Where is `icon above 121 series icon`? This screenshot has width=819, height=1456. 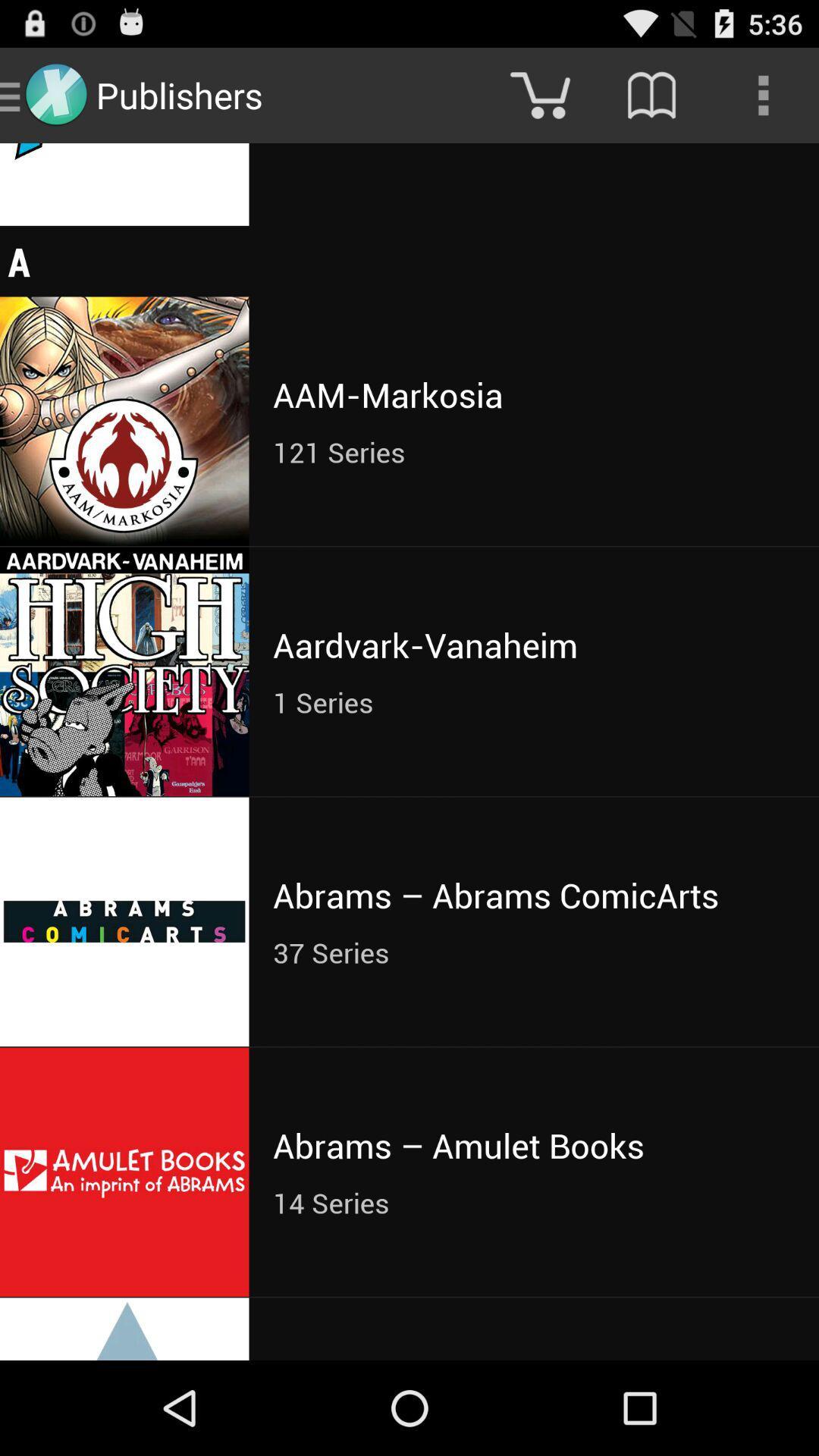
icon above 121 series icon is located at coordinates (533, 394).